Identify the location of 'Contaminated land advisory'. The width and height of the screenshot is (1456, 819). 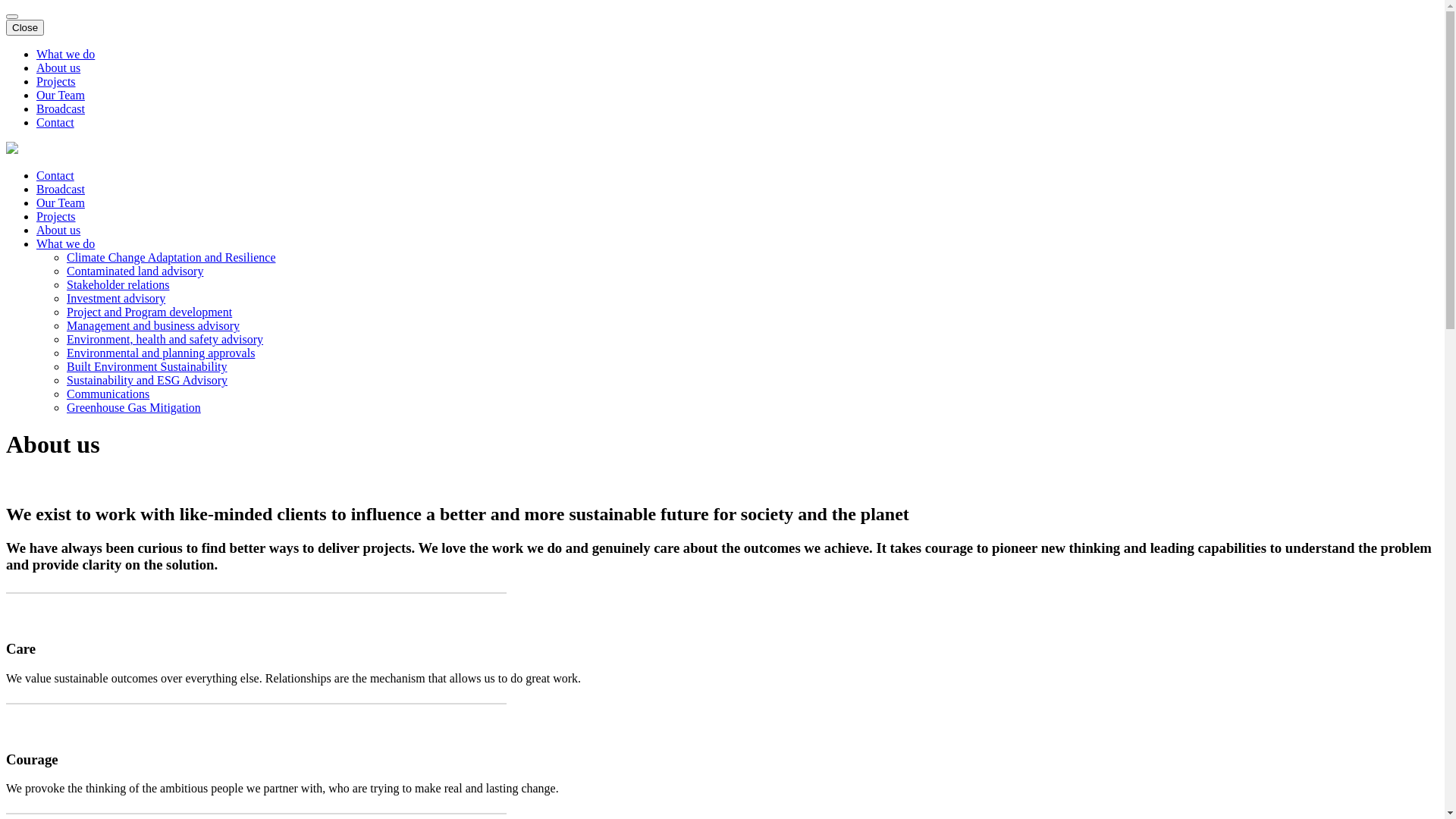
(65, 270).